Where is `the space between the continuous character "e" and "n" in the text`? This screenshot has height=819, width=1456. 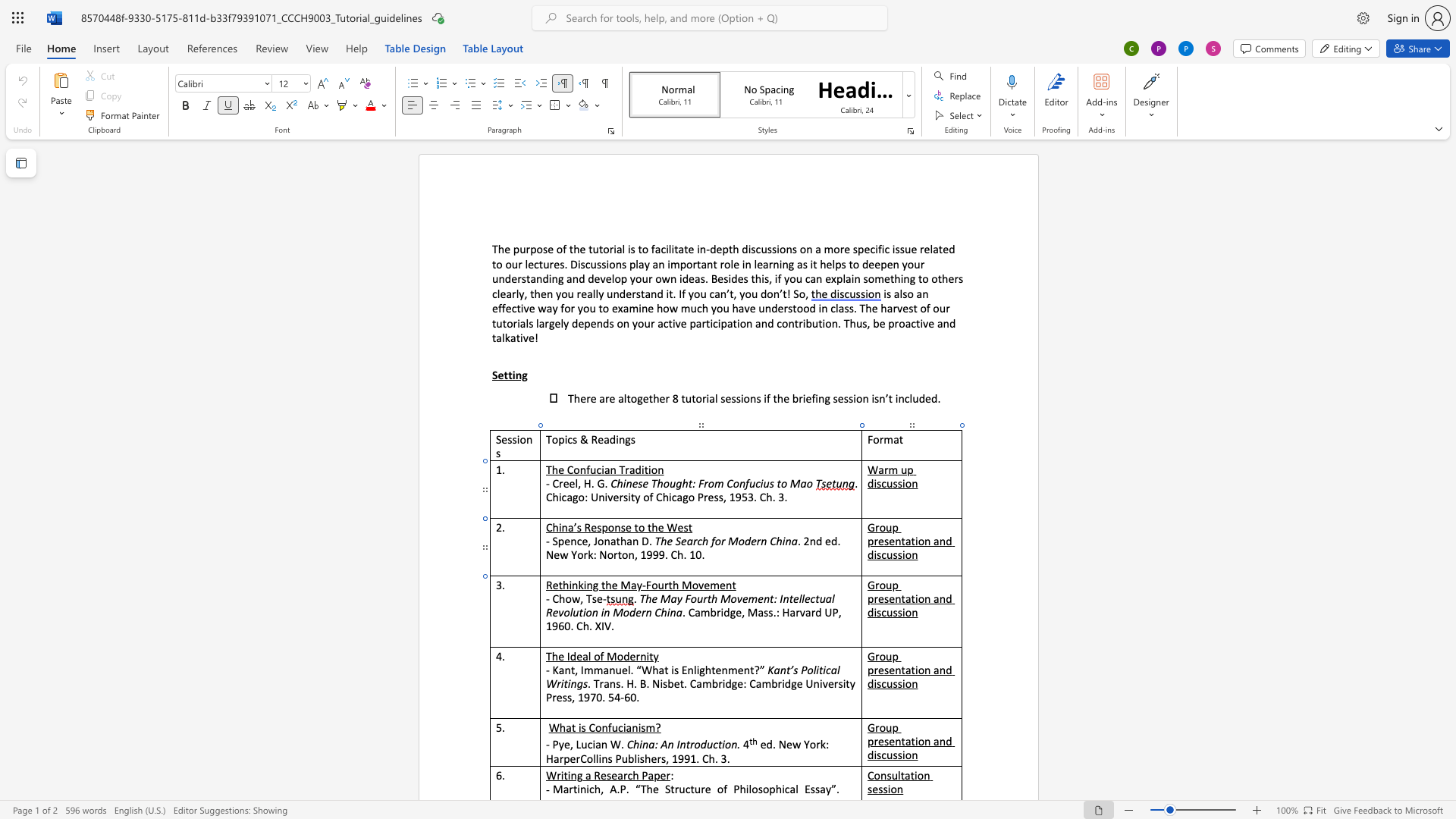
the space between the continuous character "e" and "n" in the text is located at coordinates (570, 540).